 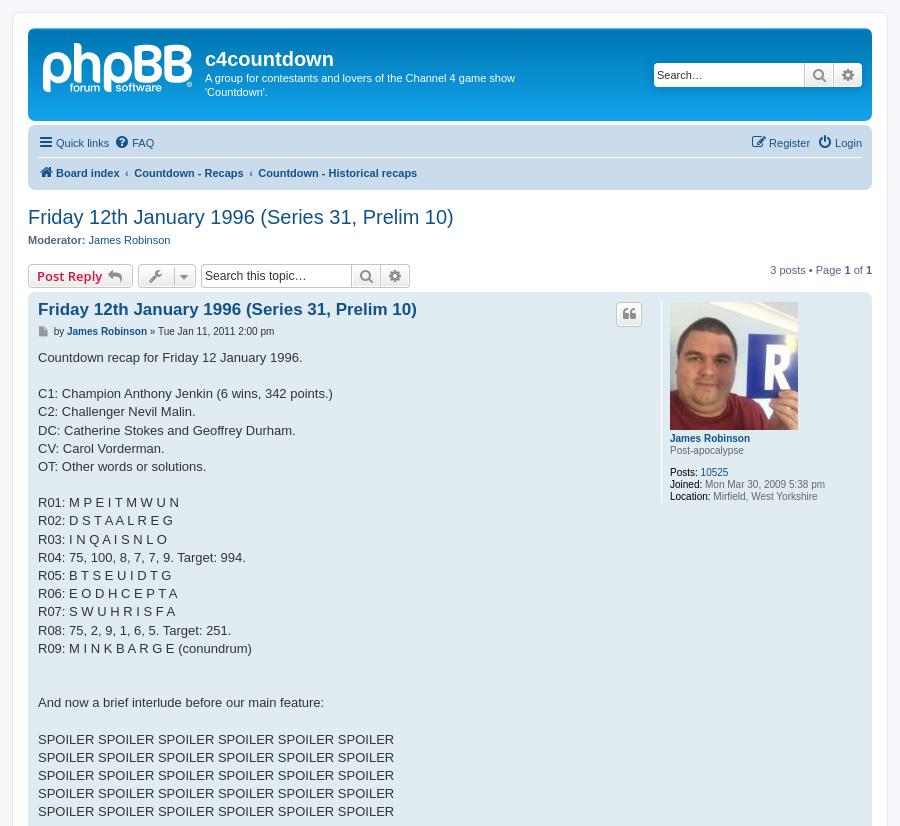 What do you see at coordinates (712, 472) in the screenshot?
I see `'10525'` at bounding box center [712, 472].